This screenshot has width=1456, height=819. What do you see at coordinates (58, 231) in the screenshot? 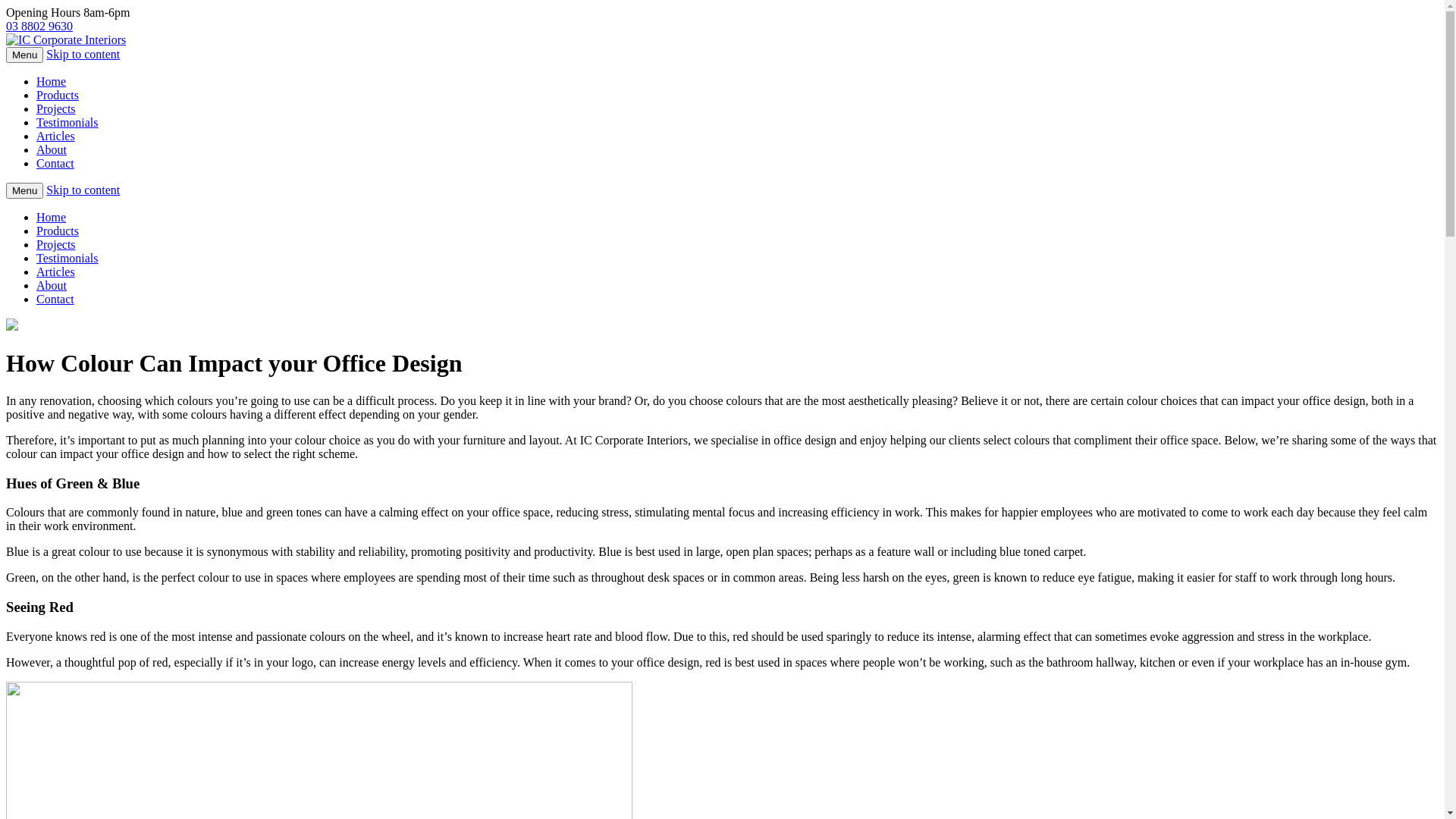
I see `'Products'` at bounding box center [58, 231].